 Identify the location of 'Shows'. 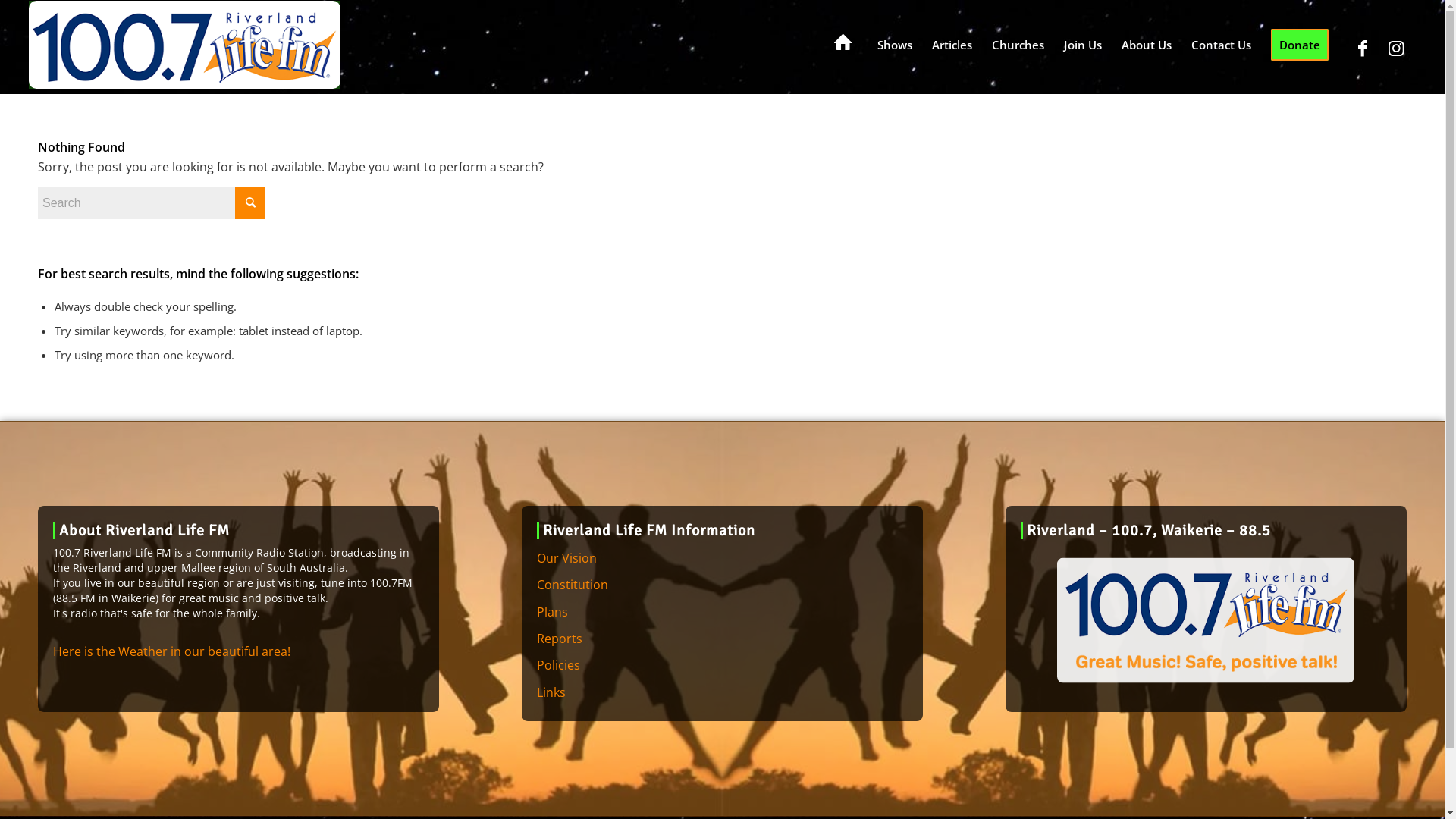
(895, 43).